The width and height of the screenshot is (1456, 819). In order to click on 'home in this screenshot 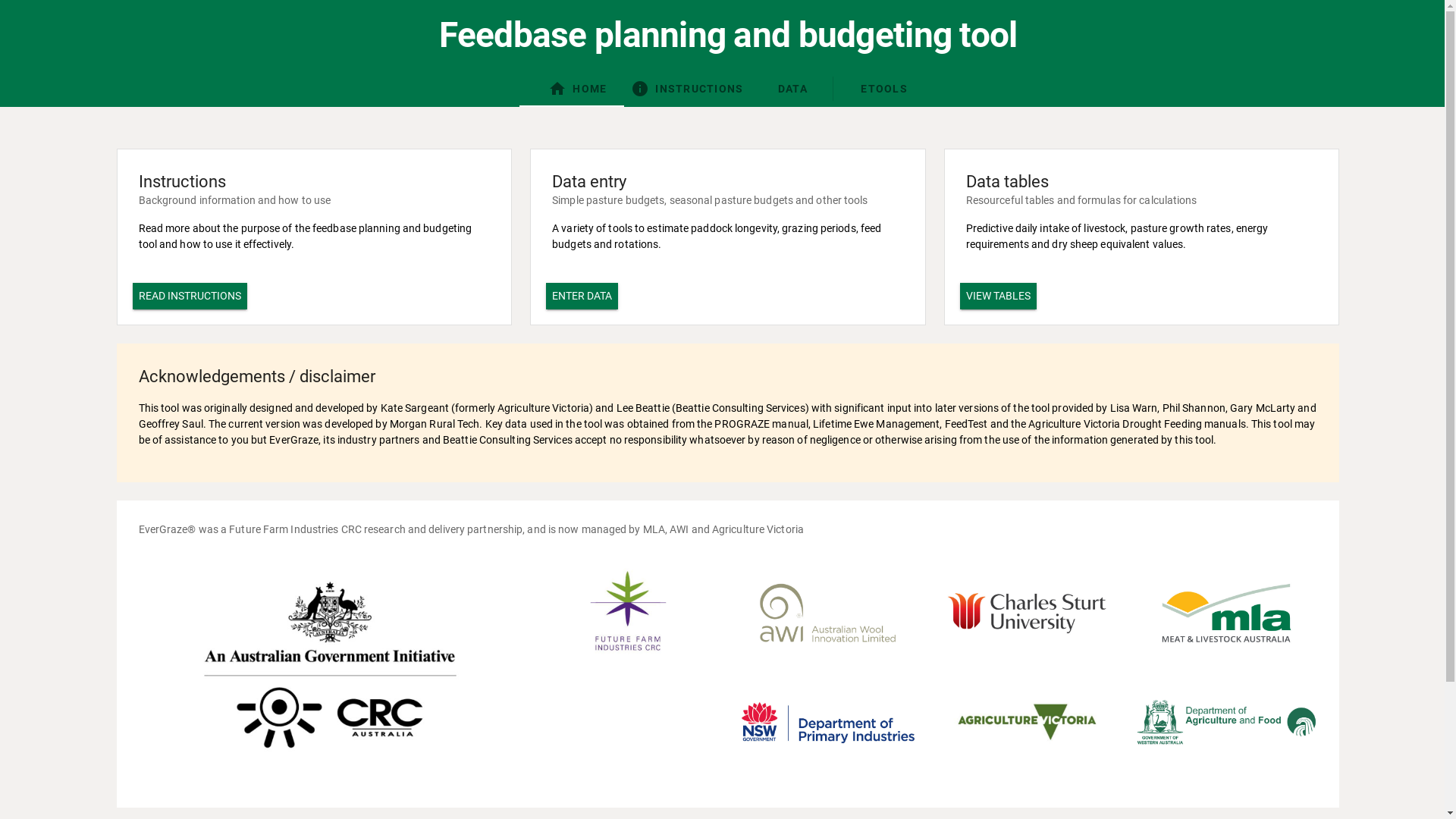, I will do `click(576, 88)`.